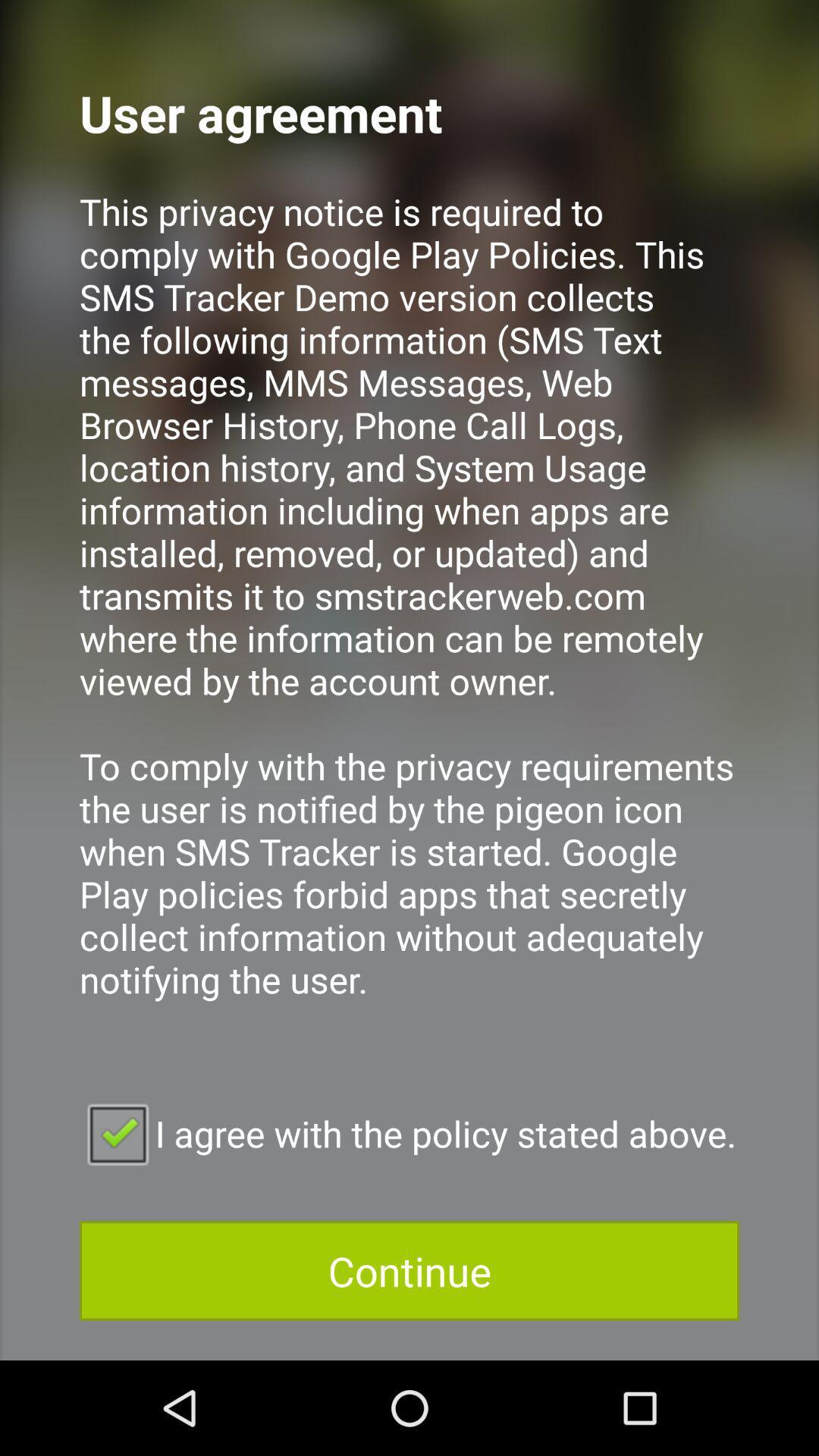 The image size is (819, 1456). Describe the element at coordinates (409, 616) in the screenshot. I see `this privacy notice icon` at that location.